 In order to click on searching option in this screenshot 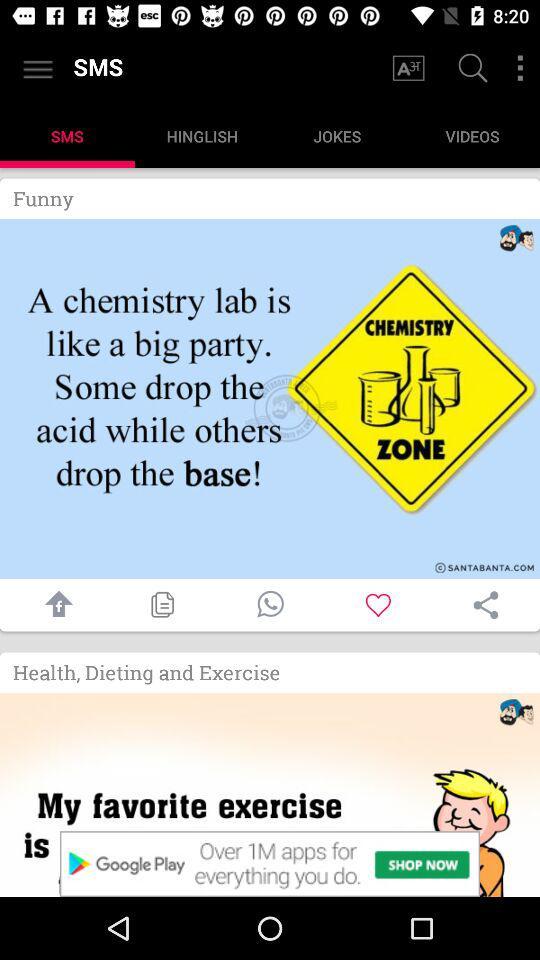, I will do `click(470, 70)`.